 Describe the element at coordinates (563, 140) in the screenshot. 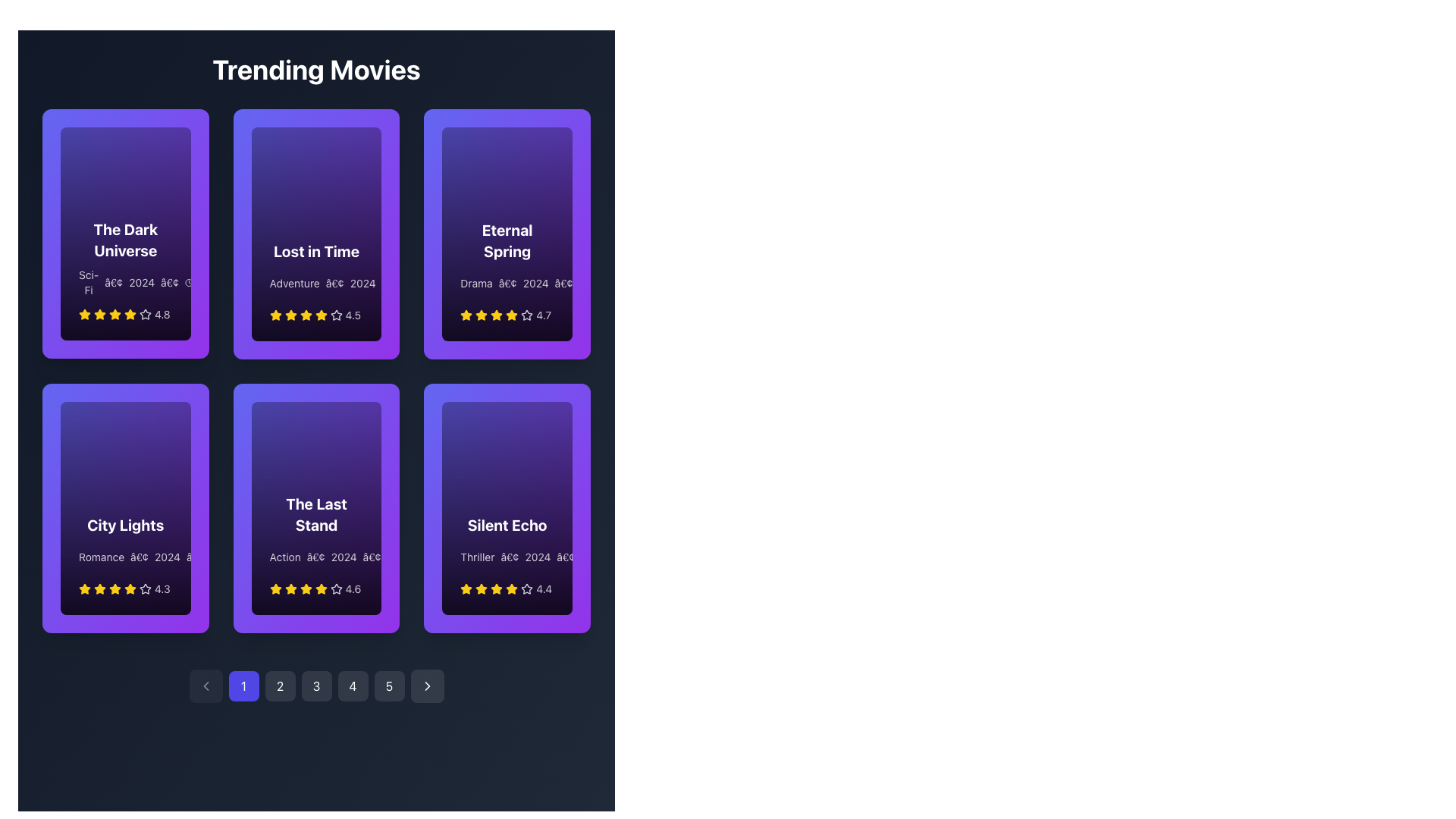

I see `the Play button icon located in the top-right area of the 'Eternal Spring' movie card, which is inside a circular button with a violet background, to initiate playback` at that location.